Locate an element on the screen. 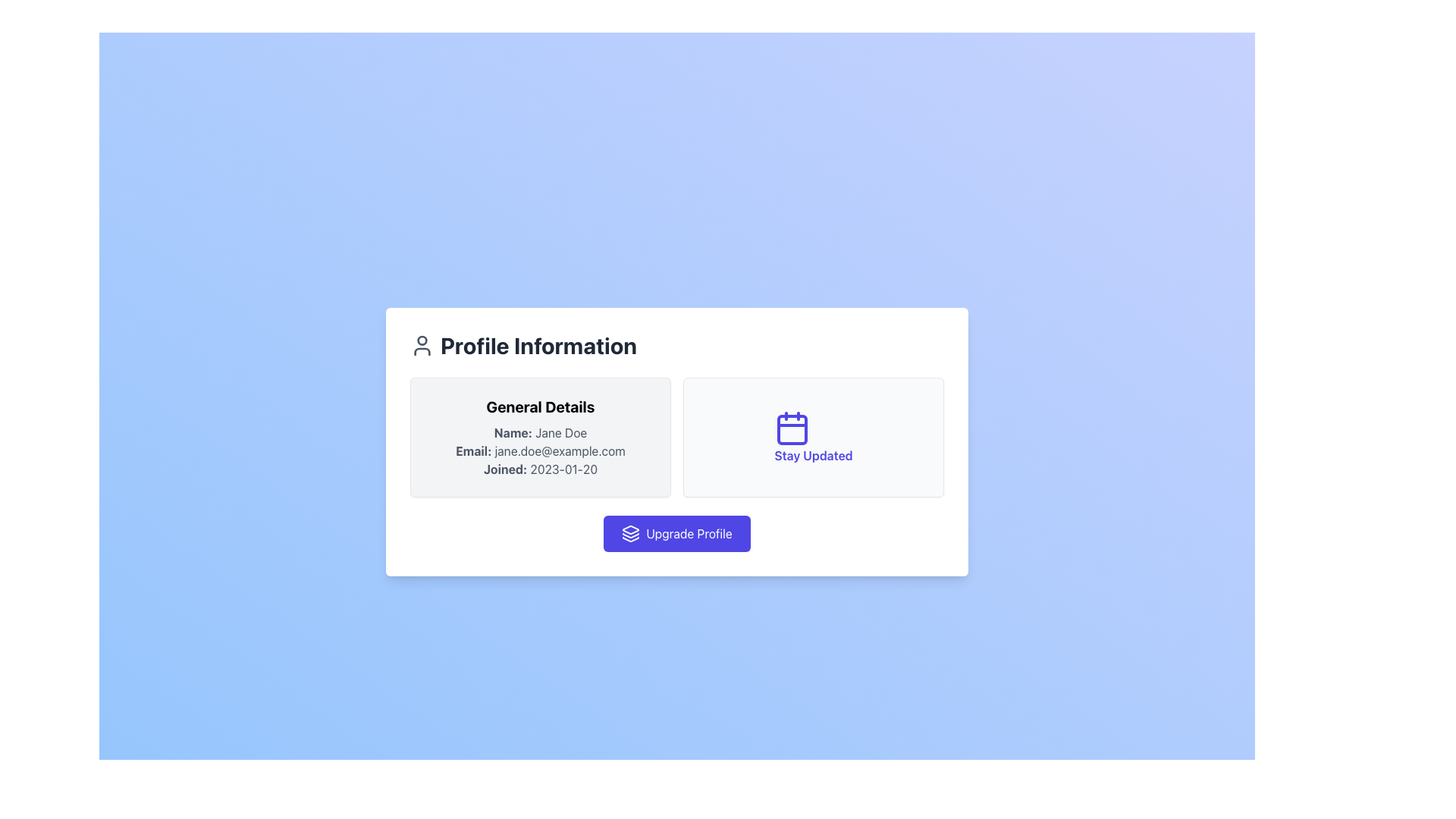  the 'Upgrade Profile' button by clicking on the decorative icon that is located to the left of the button text is located at coordinates (631, 533).